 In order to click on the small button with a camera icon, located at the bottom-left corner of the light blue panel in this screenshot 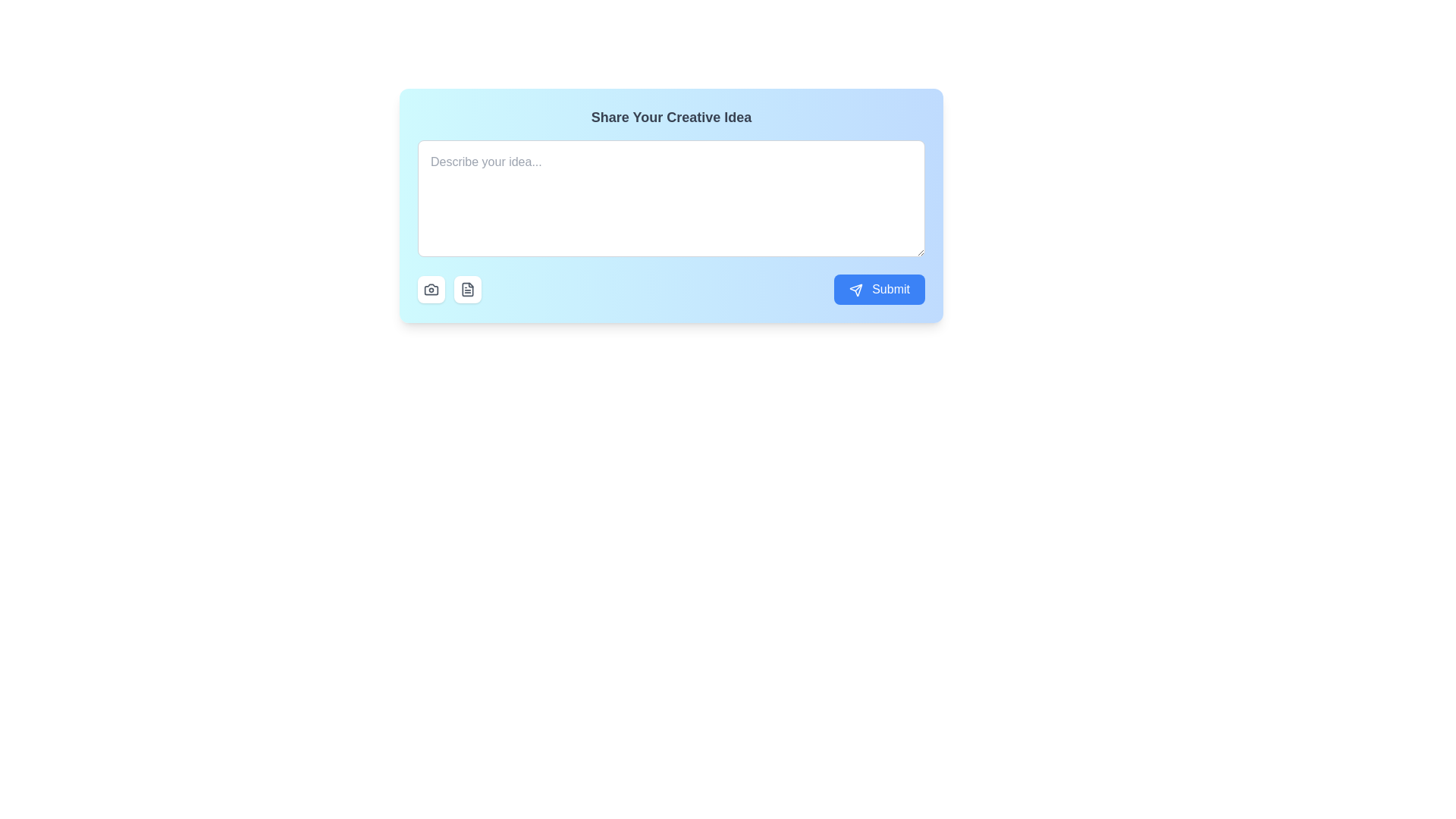, I will do `click(431, 289)`.